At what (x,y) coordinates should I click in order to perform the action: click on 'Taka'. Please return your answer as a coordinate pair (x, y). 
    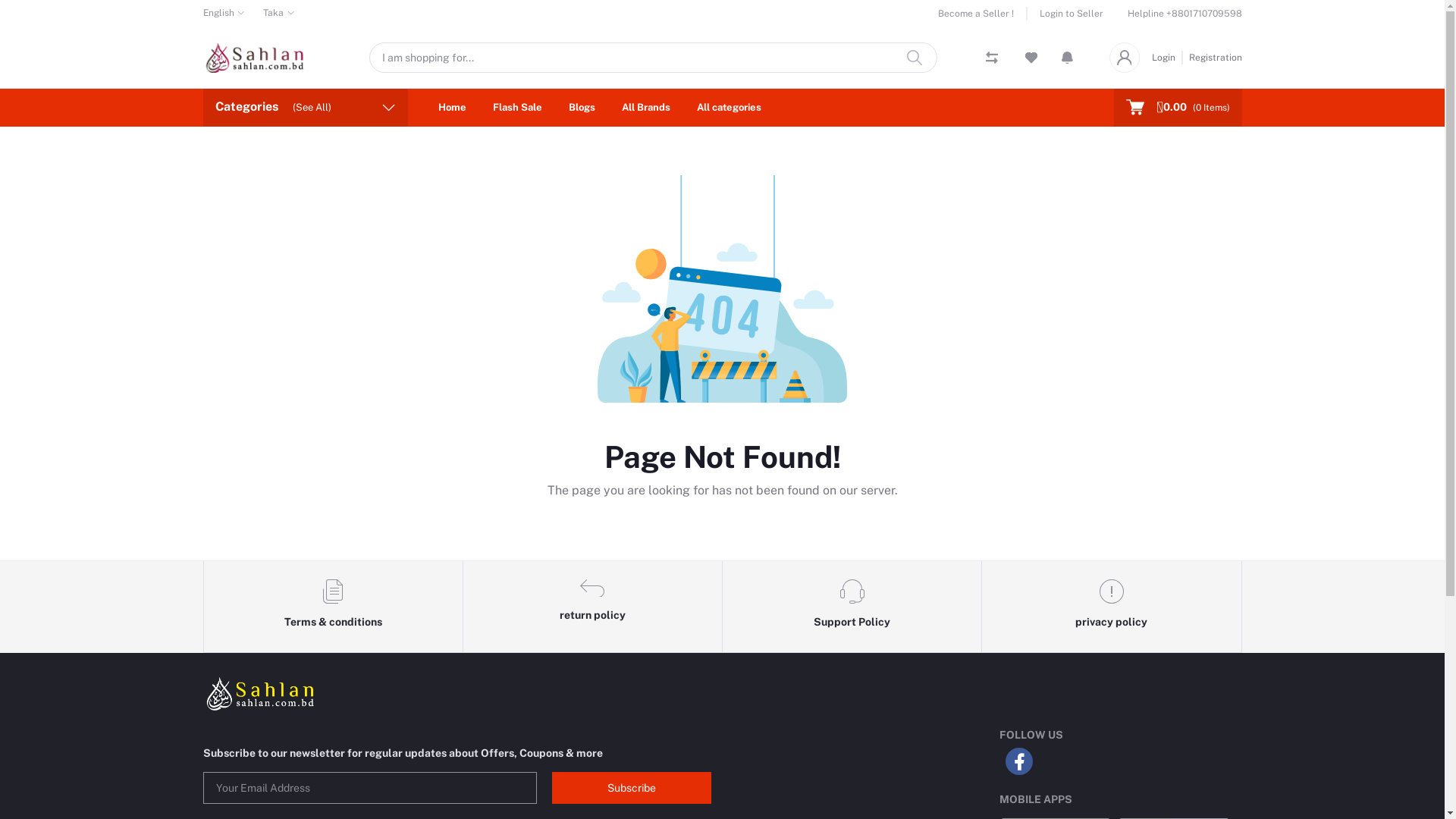
    Looking at the image, I should click on (279, 12).